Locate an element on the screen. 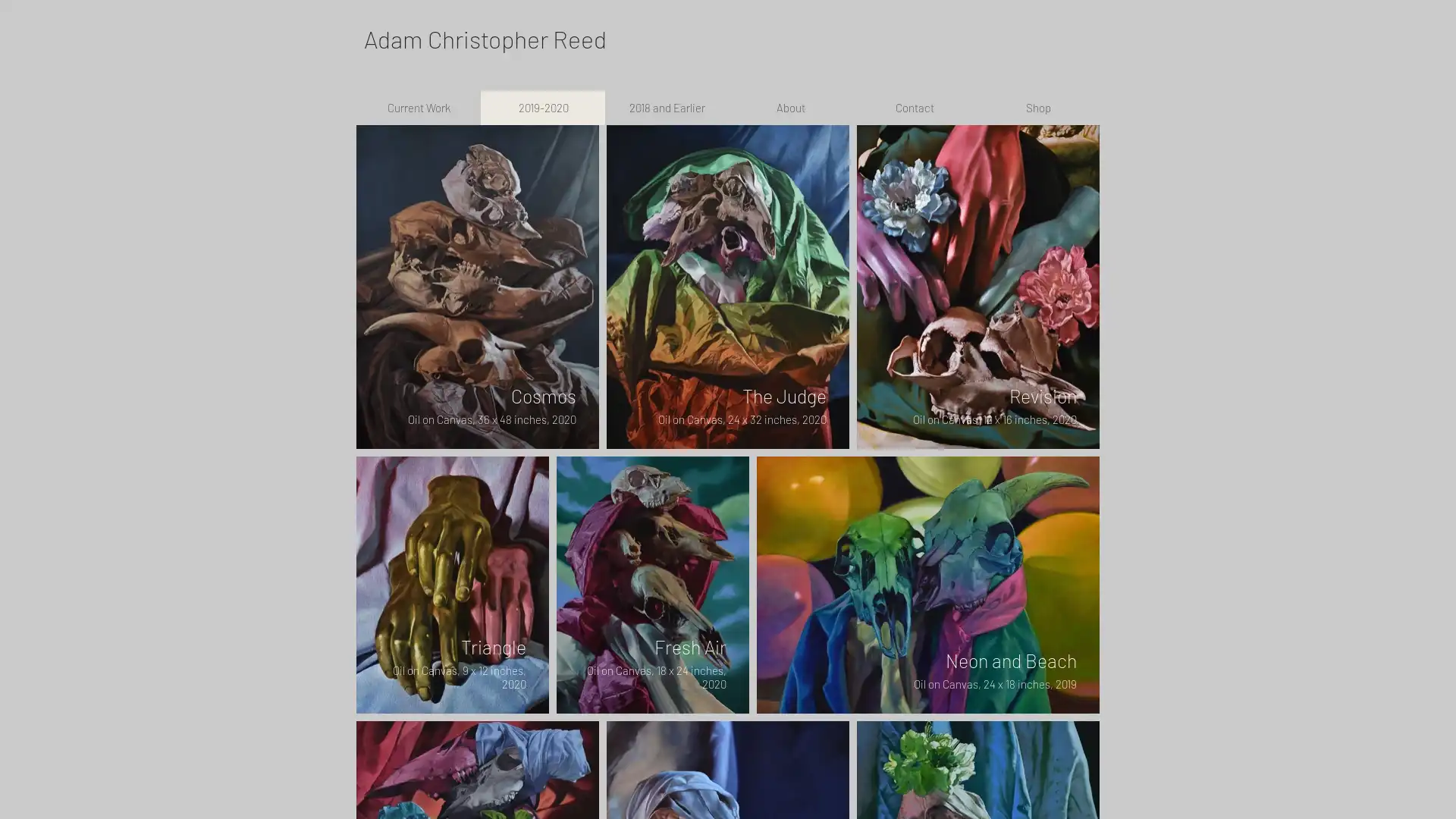  Triangle is located at coordinates (451, 583).